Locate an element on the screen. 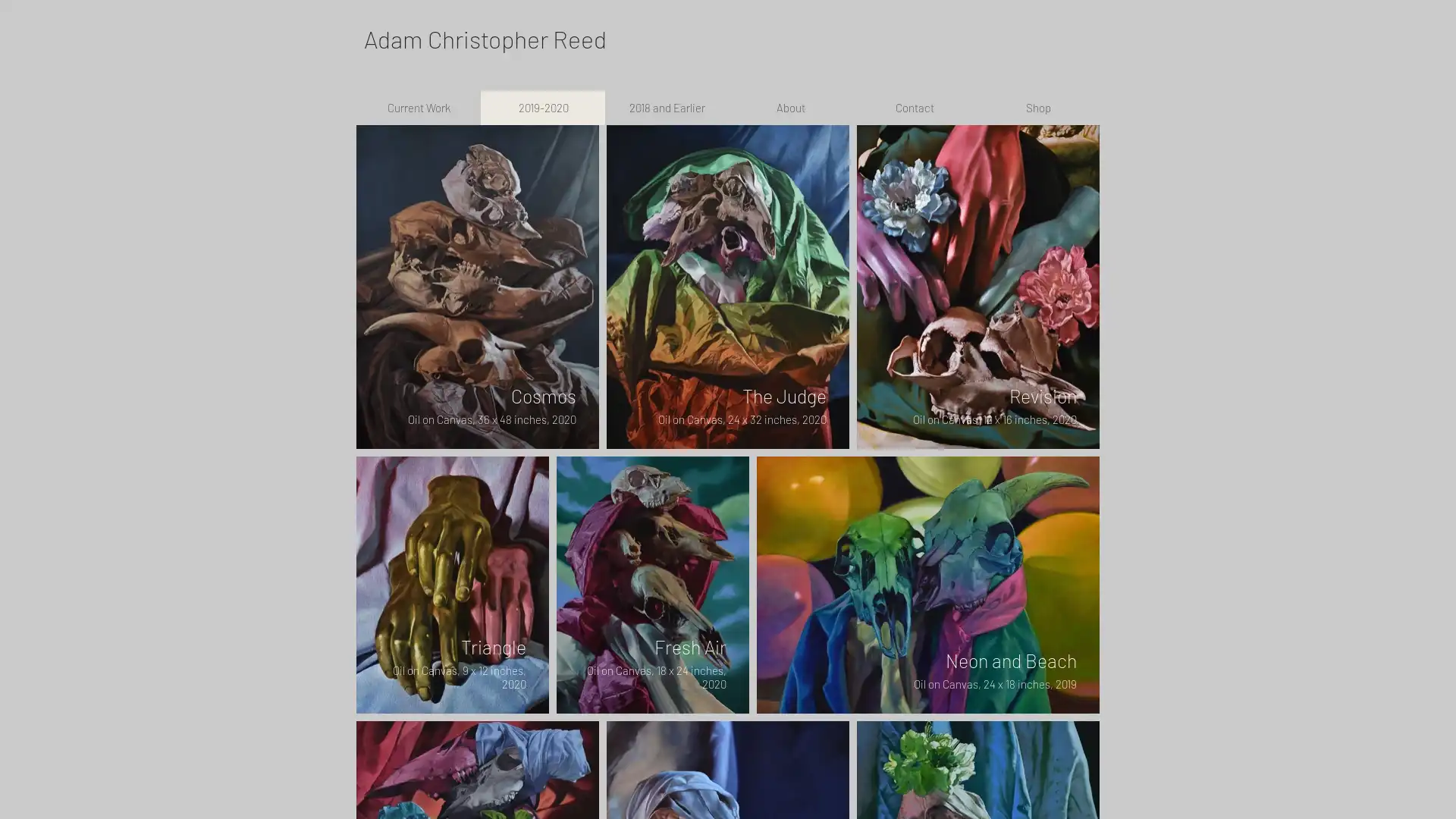  Triangle is located at coordinates (451, 583).